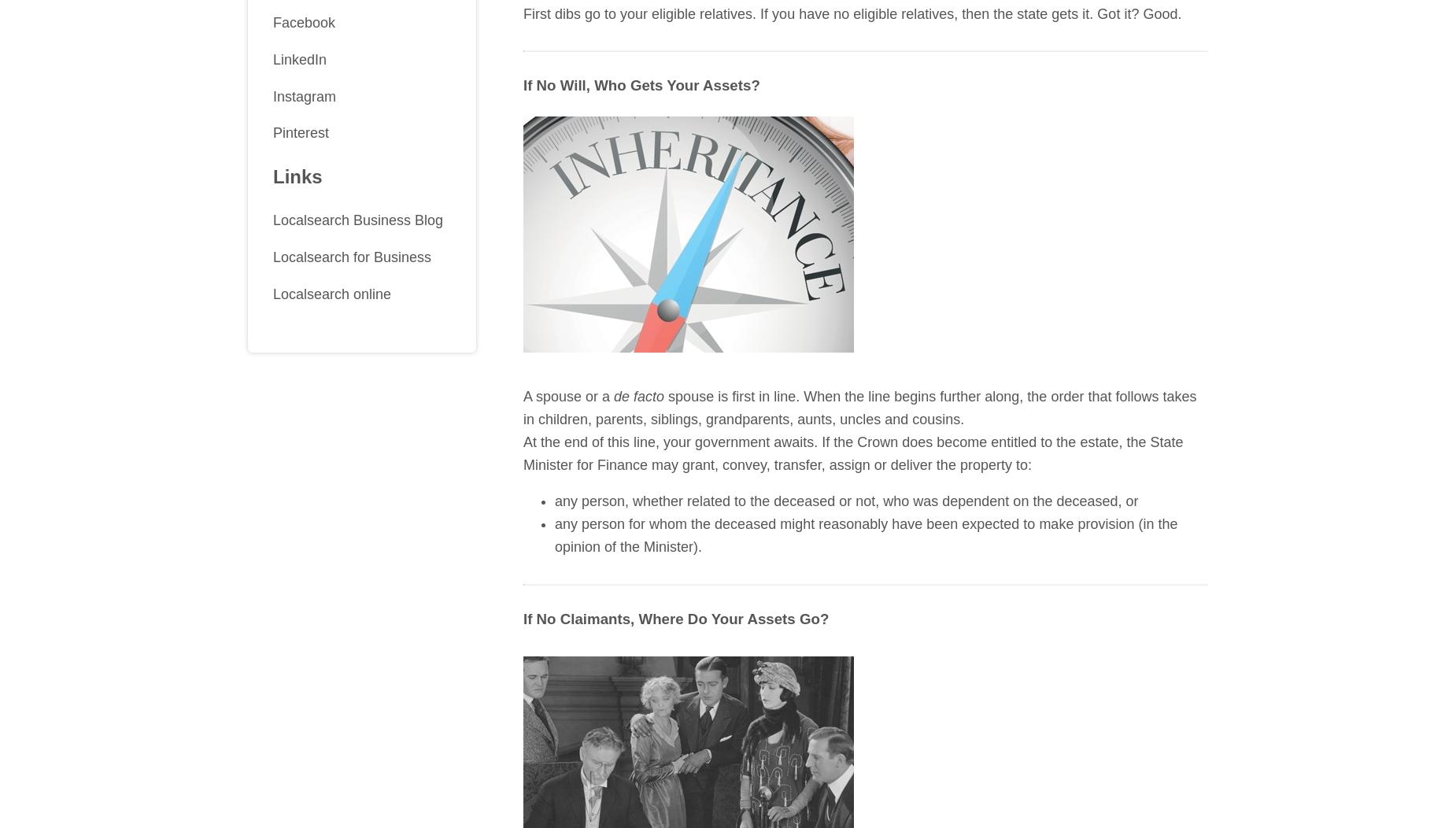 The height and width of the screenshot is (828, 1456). Describe the element at coordinates (304, 96) in the screenshot. I see `'Instagram'` at that location.